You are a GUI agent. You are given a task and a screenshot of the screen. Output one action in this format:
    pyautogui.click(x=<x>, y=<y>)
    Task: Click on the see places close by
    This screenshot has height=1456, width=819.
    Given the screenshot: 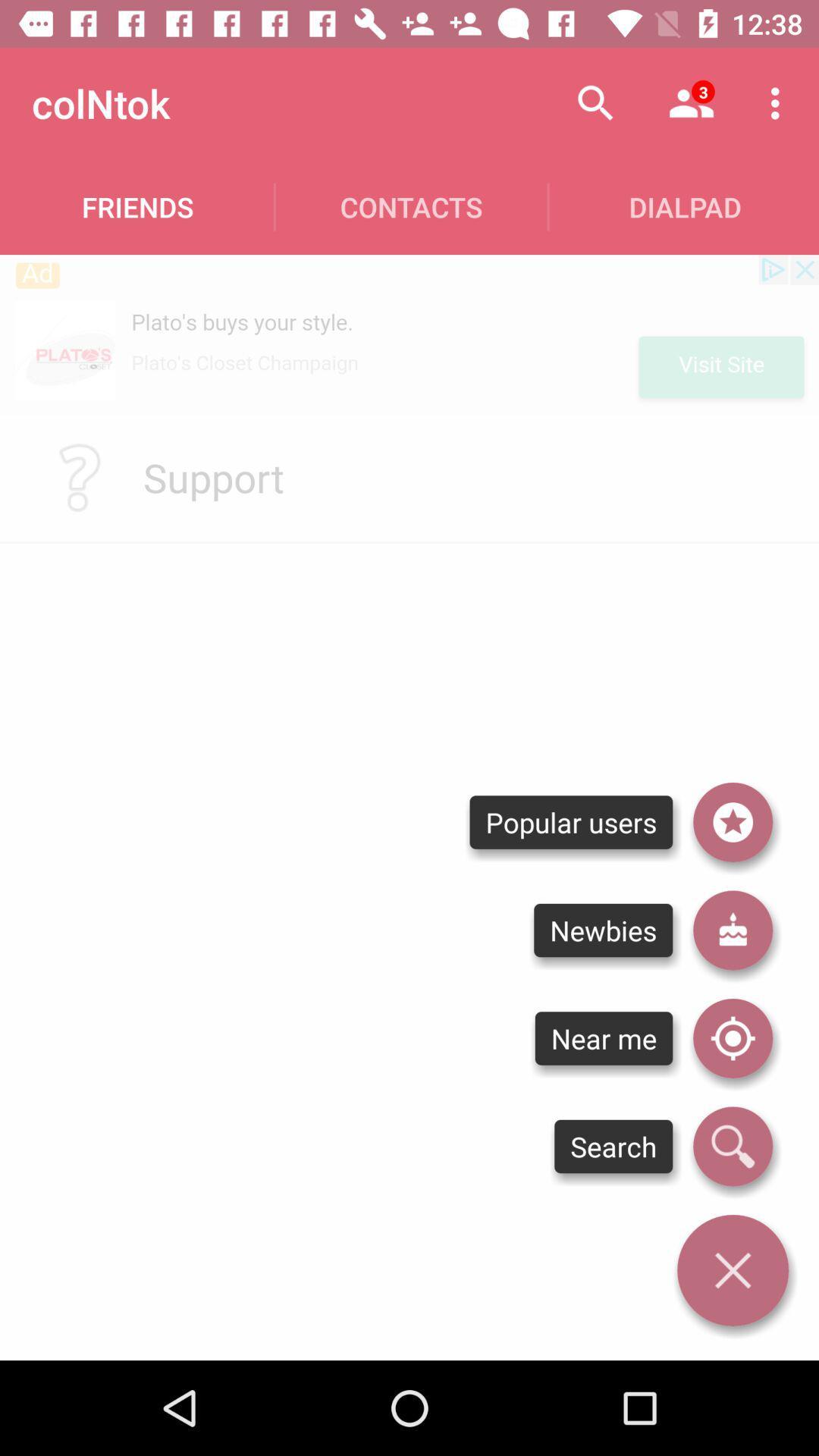 What is the action you would take?
    pyautogui.click(x=732, y=1037)
    